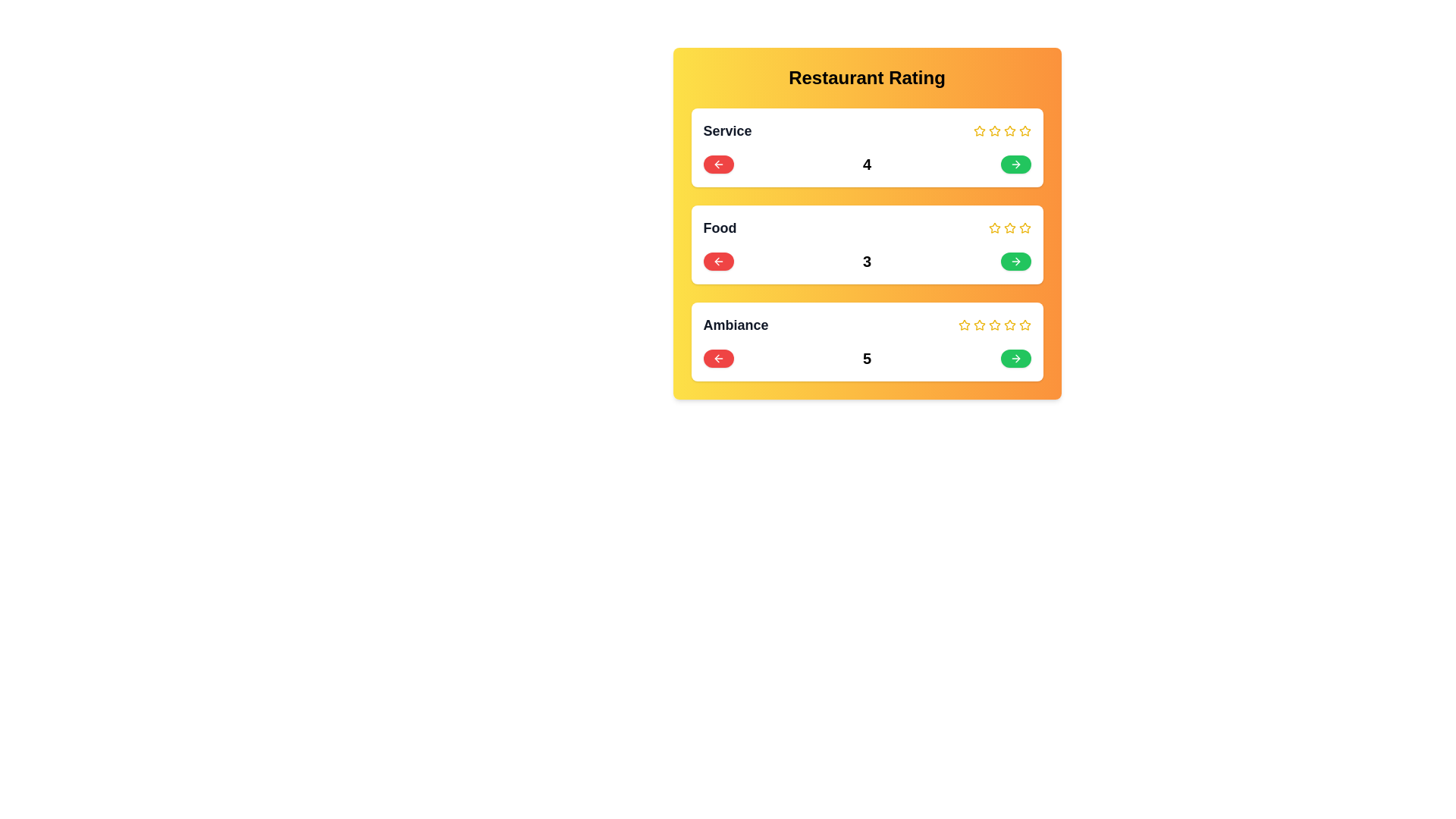 This screenshot has width=1456, height=819. Describe the element at coordinates (994, 324) in the screenshot. I see `the second star icon in the 'Ambiance' rating row` at that location.